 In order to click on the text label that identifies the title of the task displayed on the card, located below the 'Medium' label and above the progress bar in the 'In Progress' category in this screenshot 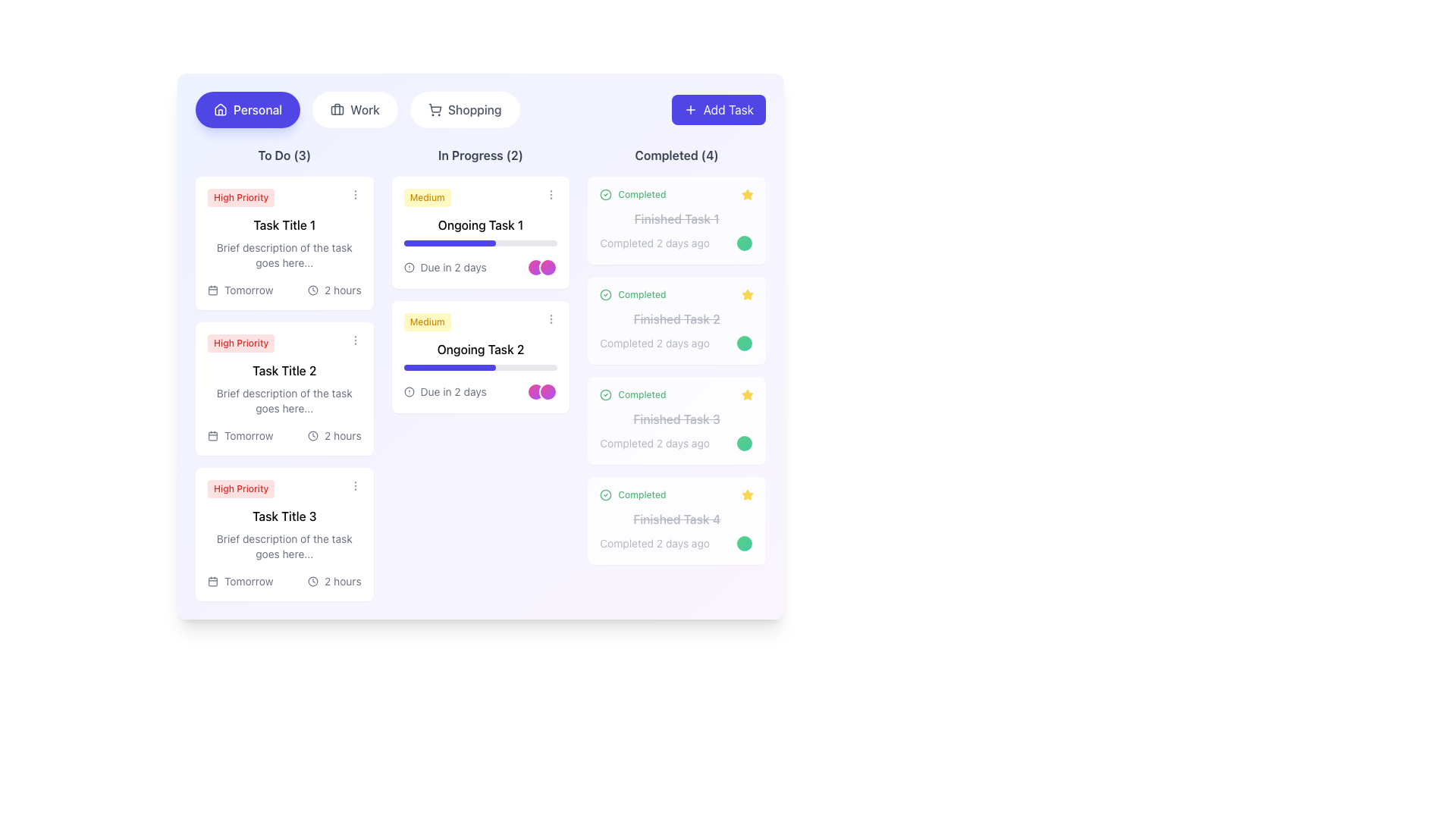, I will do `click(479, 350)`.